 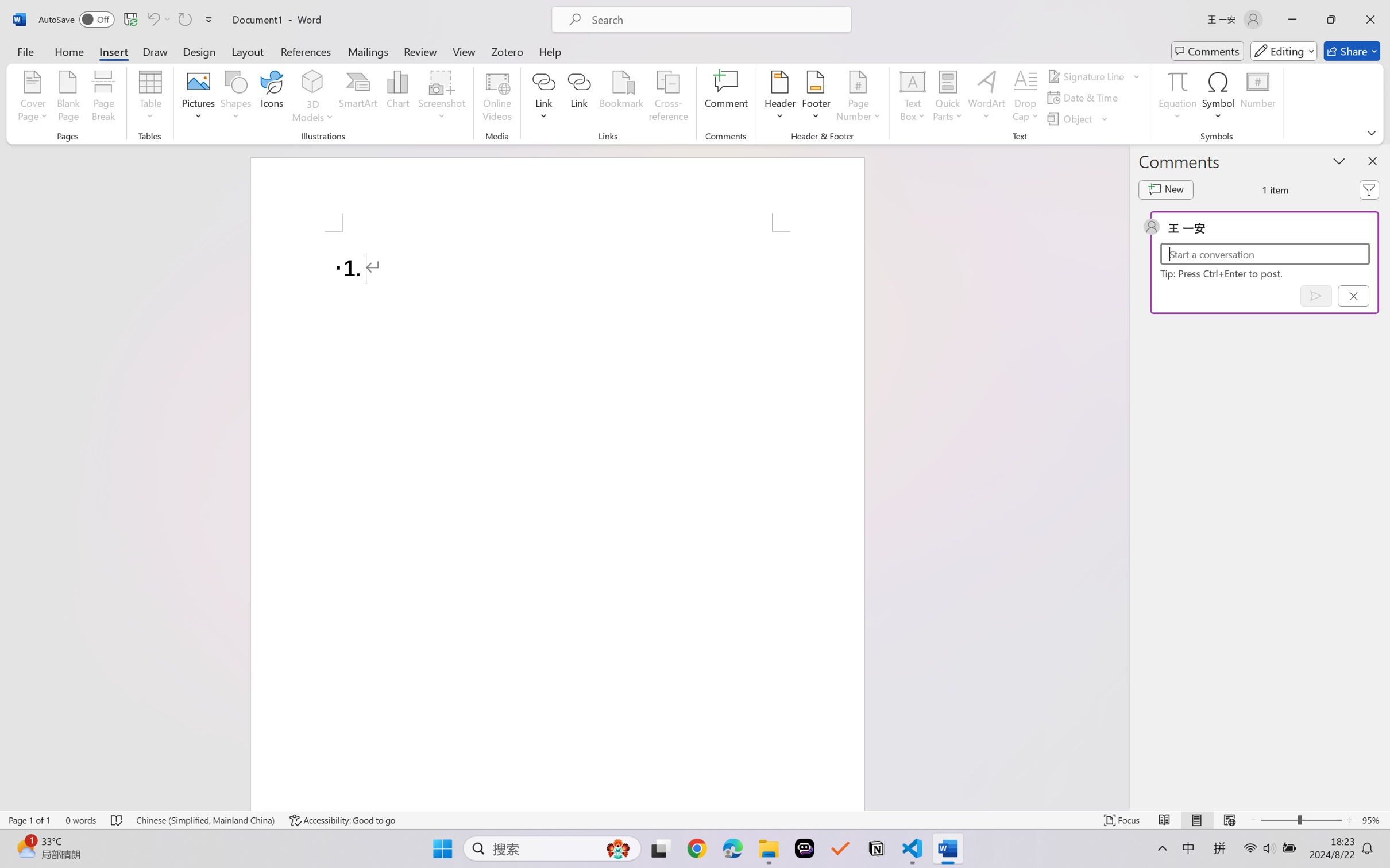 What do you see at coordinates (1025, 98) in the screenshot?
I see `'Drop Cap'` at bounding box center [1025, 98].